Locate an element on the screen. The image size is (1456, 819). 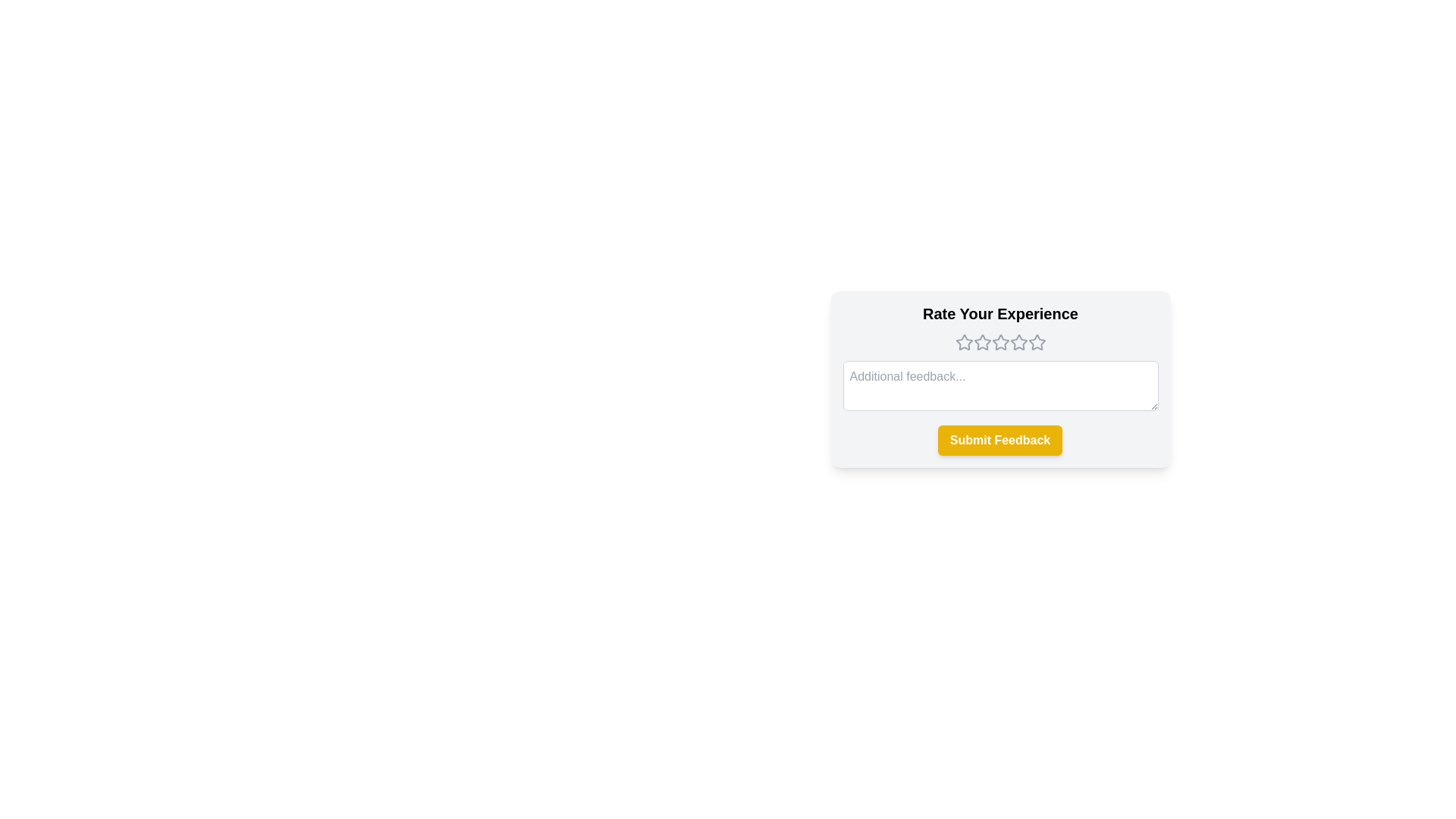
the fourth star icon in the rating system is located at coordinates (1000, 342).